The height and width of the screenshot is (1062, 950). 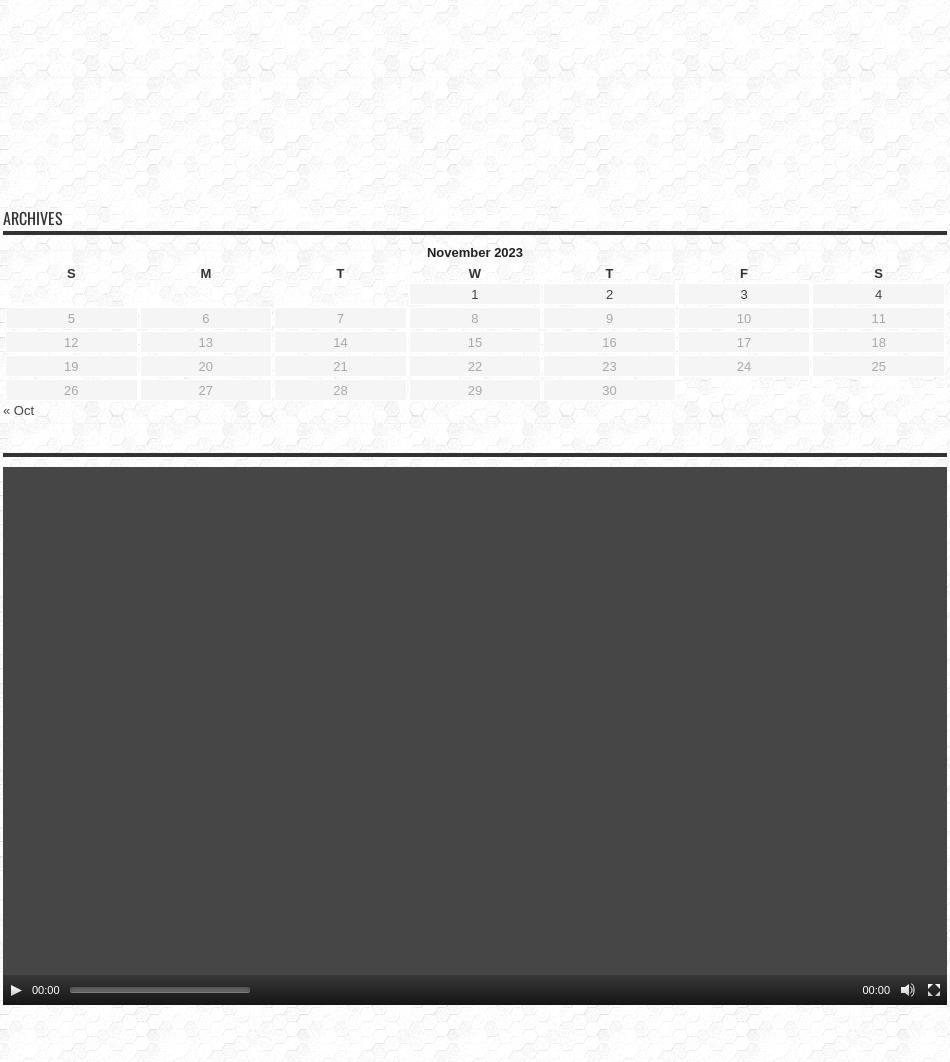 I want to click on '19', so click(x=64, y=333).